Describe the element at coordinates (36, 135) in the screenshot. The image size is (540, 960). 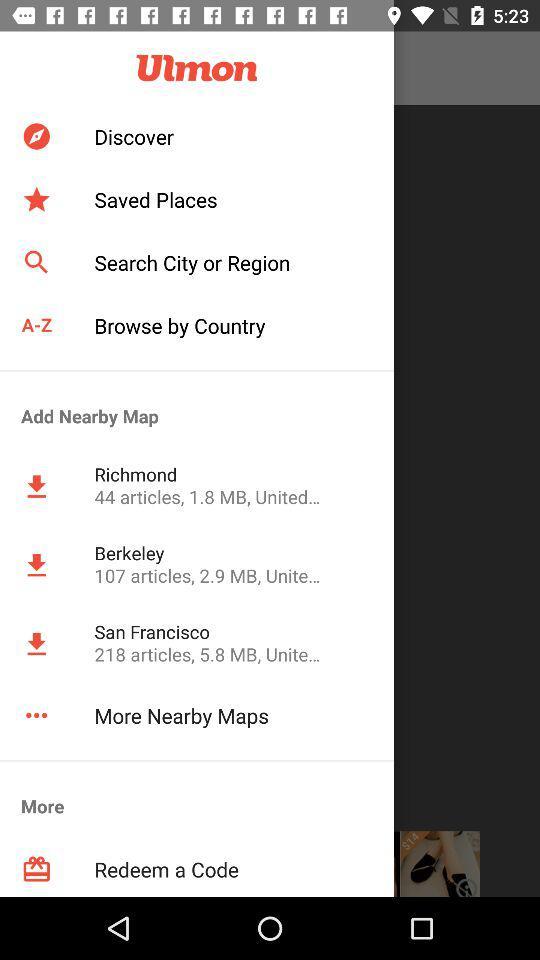
I see `the icon on left to the discover button on the web page` at that location.